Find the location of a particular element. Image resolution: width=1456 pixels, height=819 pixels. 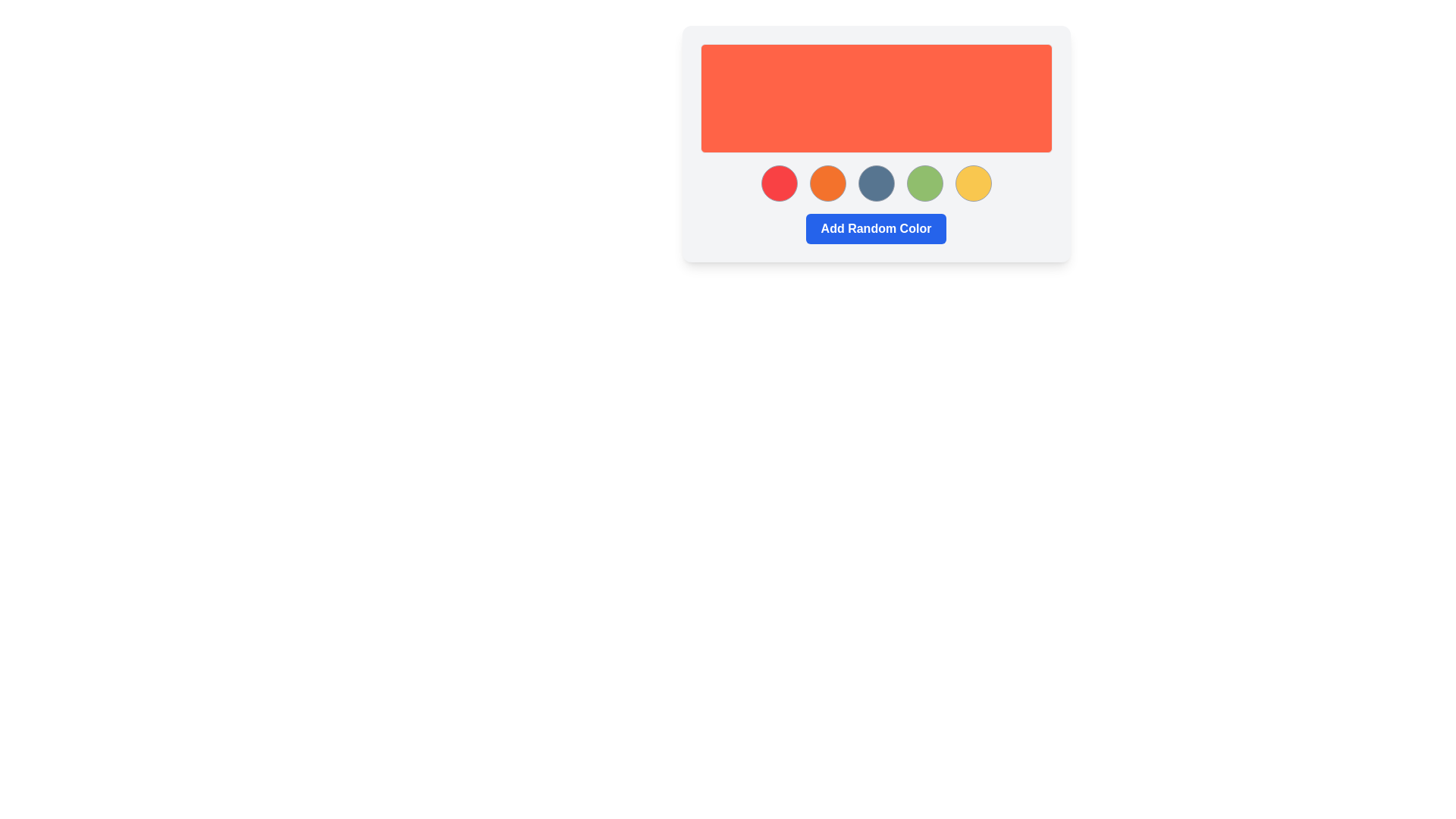

the second circular button from the left that allows users to select a color option is located at coordinates (827, 183).